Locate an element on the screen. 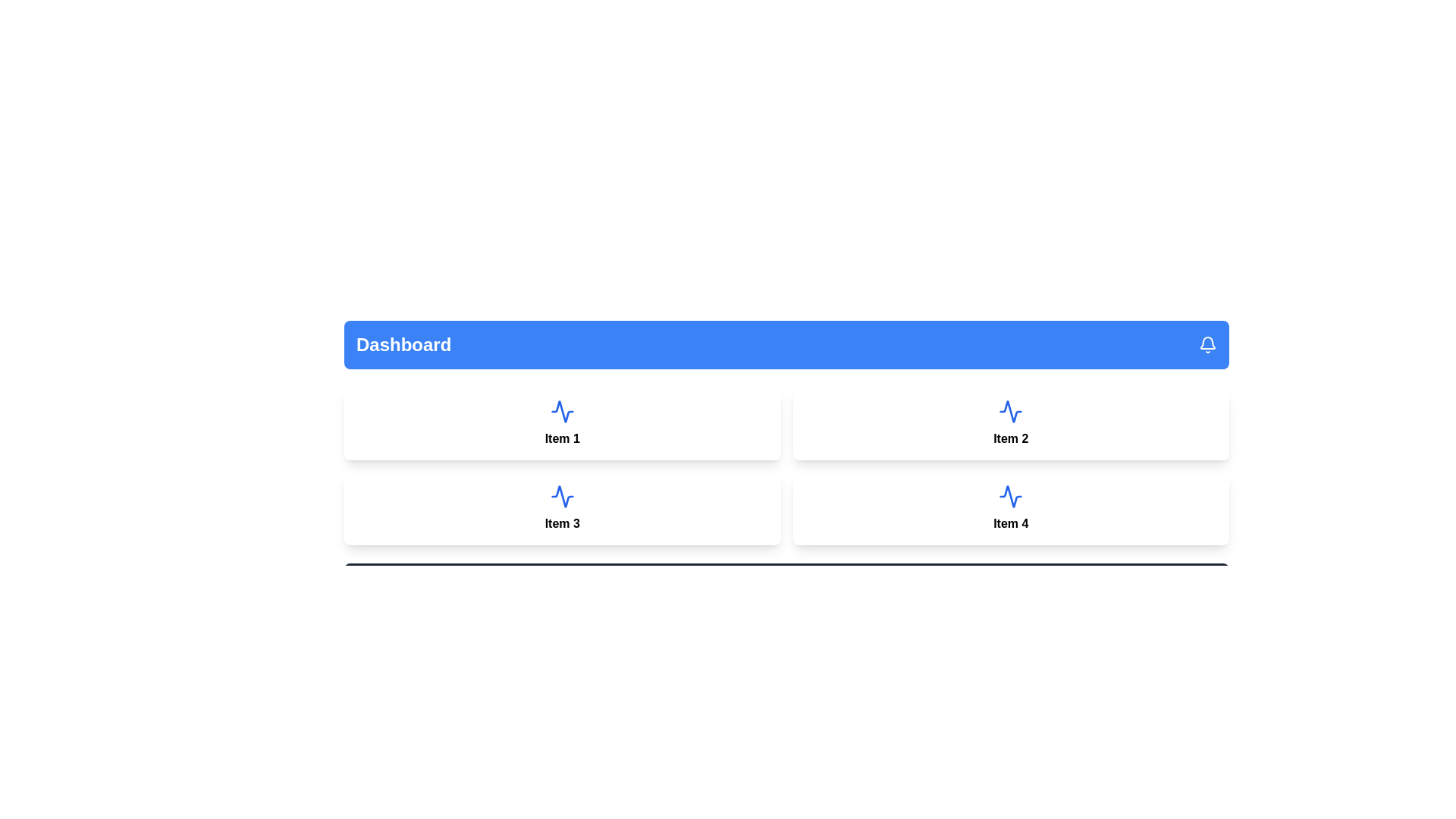 Image resolution: width=1456 pixels, height=819 pixels. the blue-colored graphical icon resembling a waveform or activity indicator located in the top-left card ('Item 1') of a grid, positioned above the text label is located at coordinates (561, 412).